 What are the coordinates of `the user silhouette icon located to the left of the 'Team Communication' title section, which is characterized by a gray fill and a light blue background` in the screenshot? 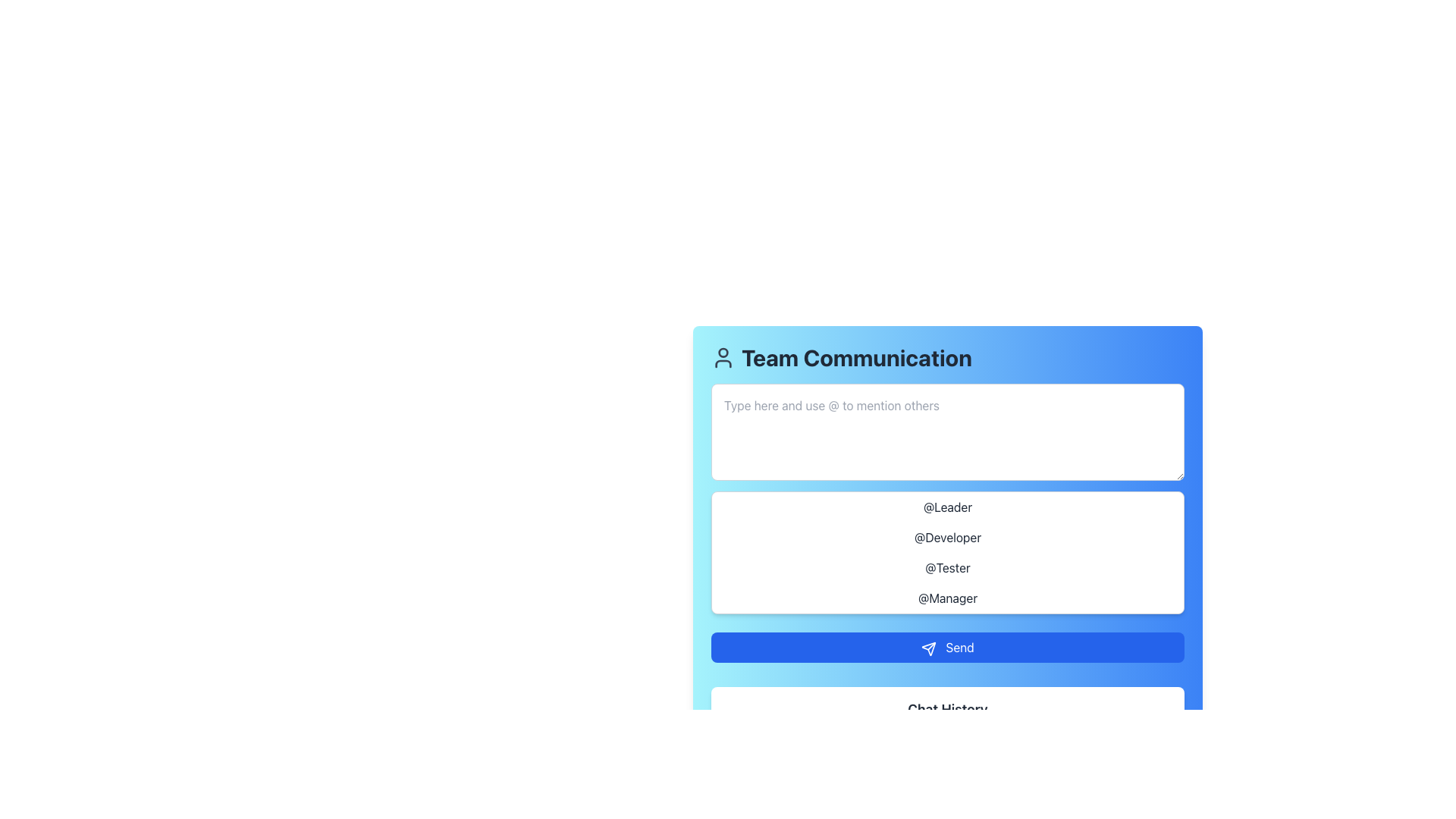 It's located at (723, 357).